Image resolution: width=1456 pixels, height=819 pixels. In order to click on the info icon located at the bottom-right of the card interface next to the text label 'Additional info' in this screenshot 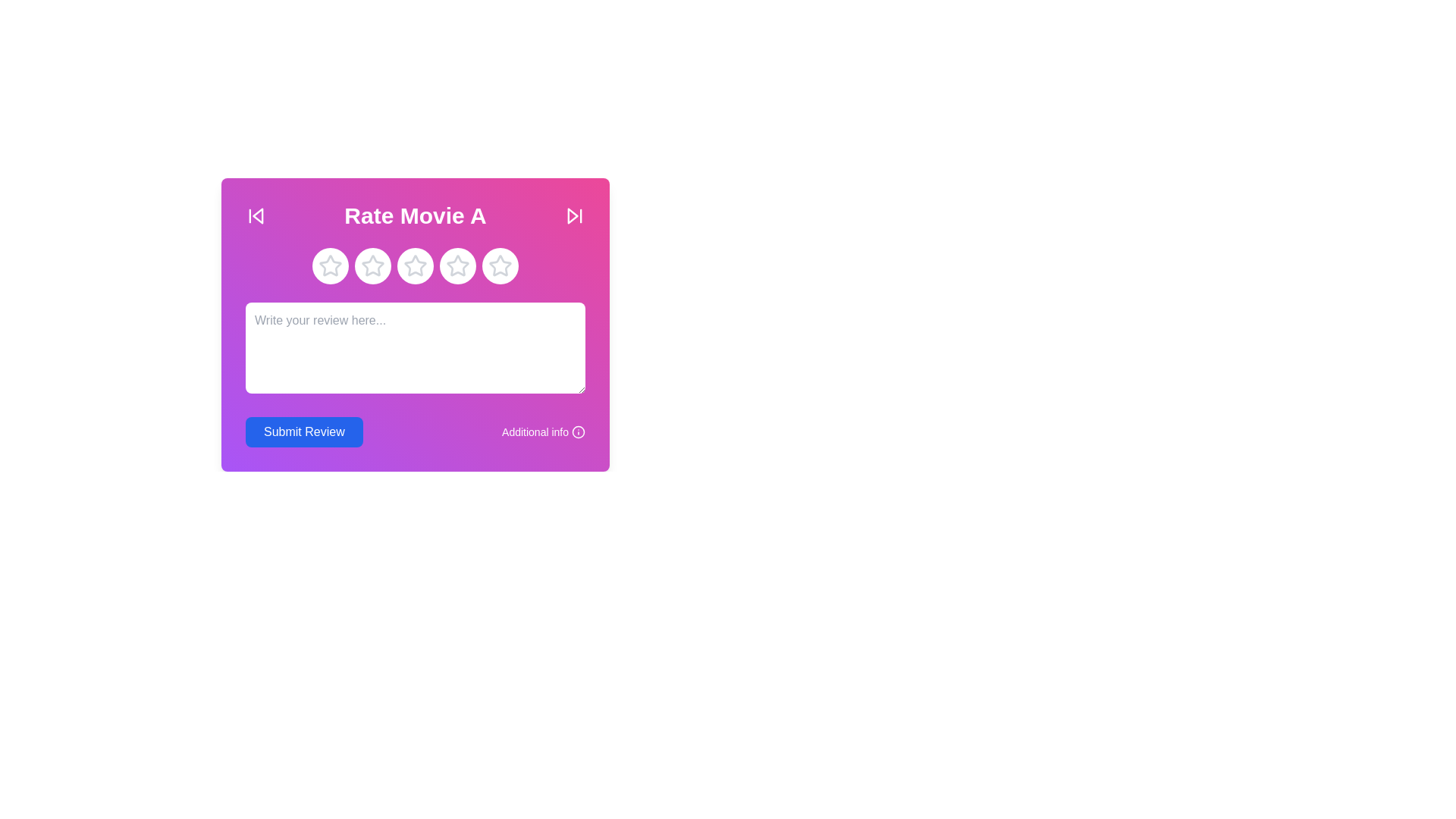, I will do `click(578, 432)`.